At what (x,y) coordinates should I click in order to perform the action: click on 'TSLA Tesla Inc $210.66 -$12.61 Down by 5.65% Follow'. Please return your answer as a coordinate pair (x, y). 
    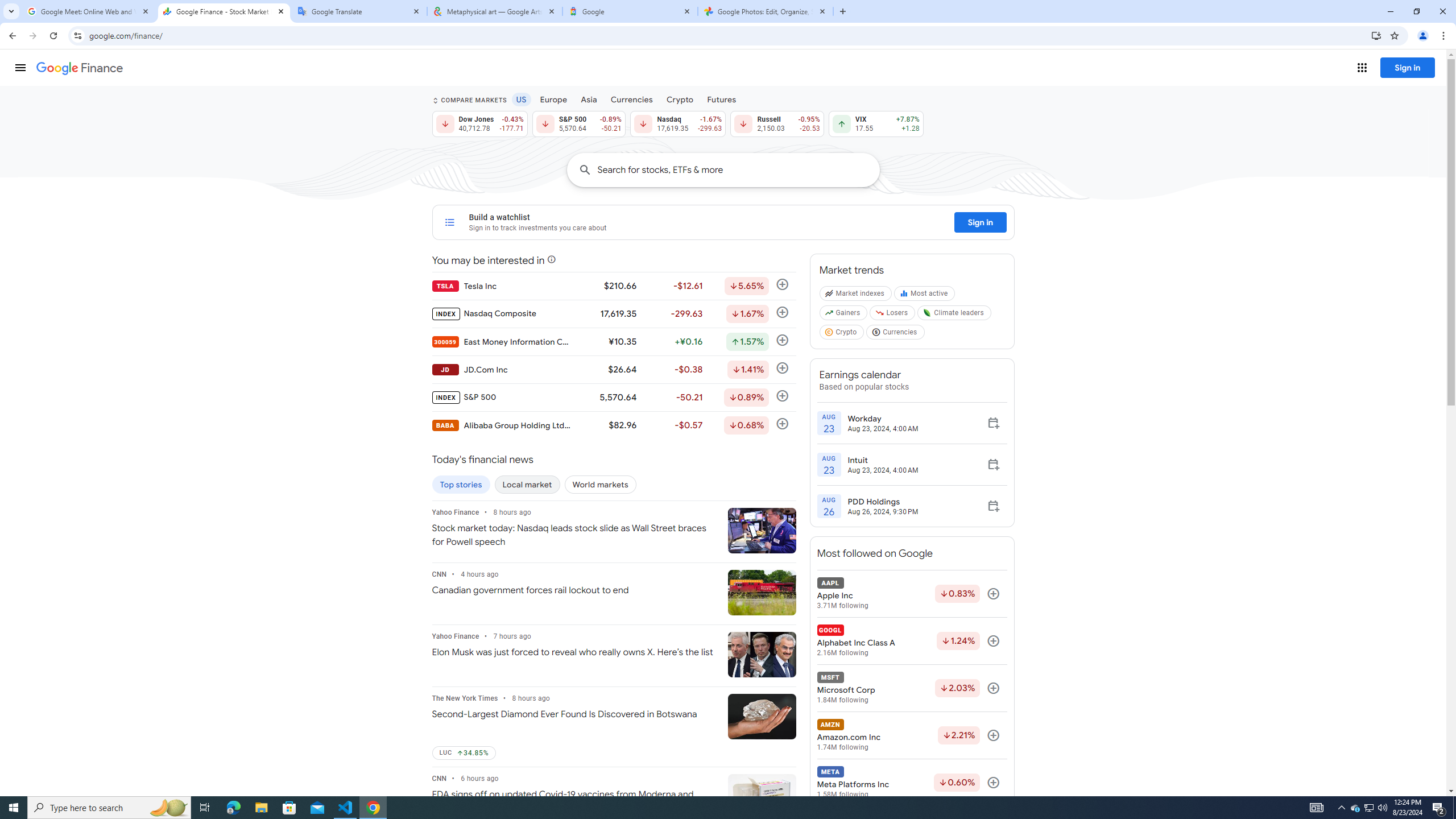
    Looking at the image, I should click on (614, 285).